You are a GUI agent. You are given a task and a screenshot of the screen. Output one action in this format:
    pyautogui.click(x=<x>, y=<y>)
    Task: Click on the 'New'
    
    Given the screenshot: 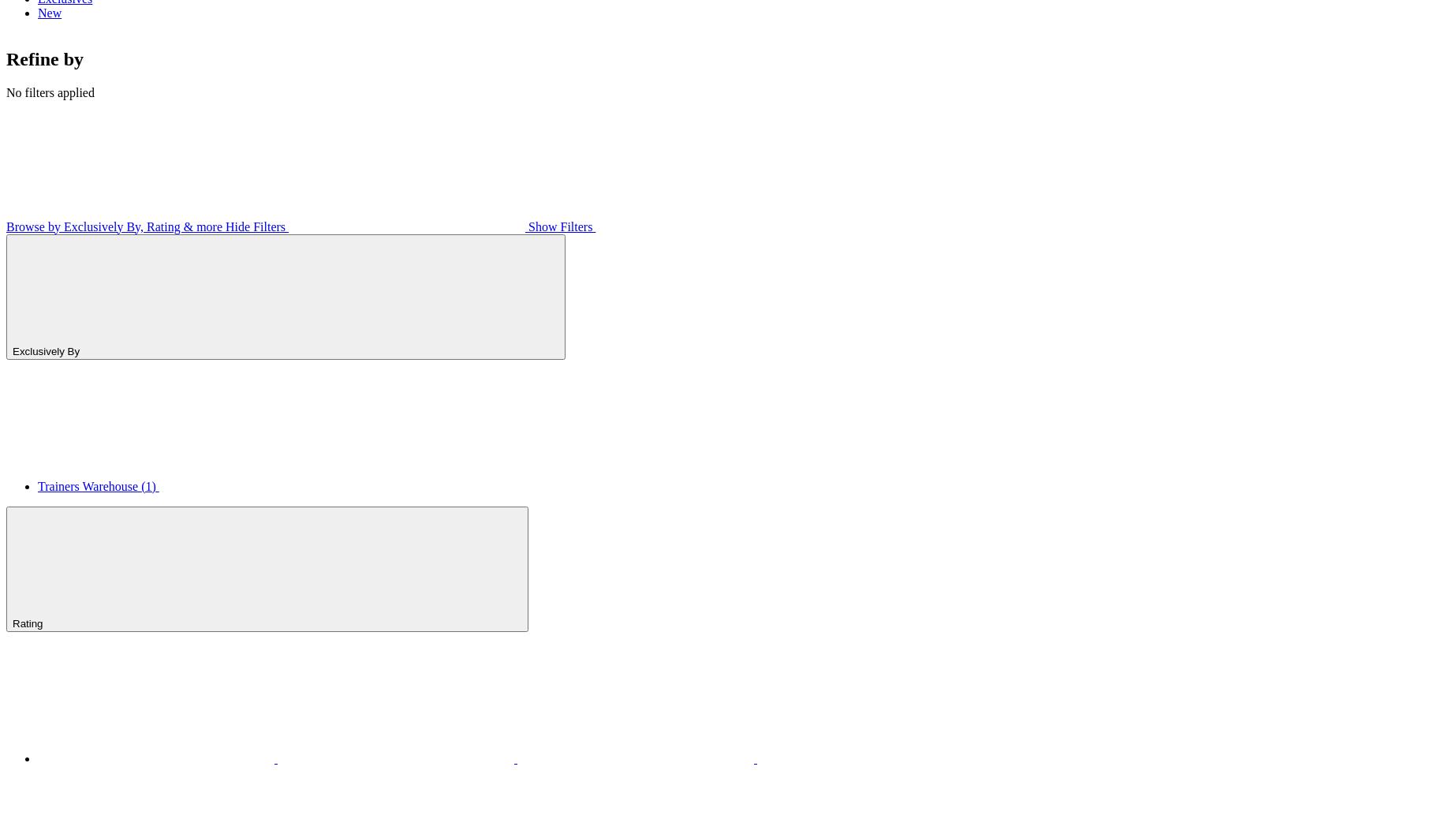 What is the action you would take?
    pyautogui.click(x=37, y=12)
    